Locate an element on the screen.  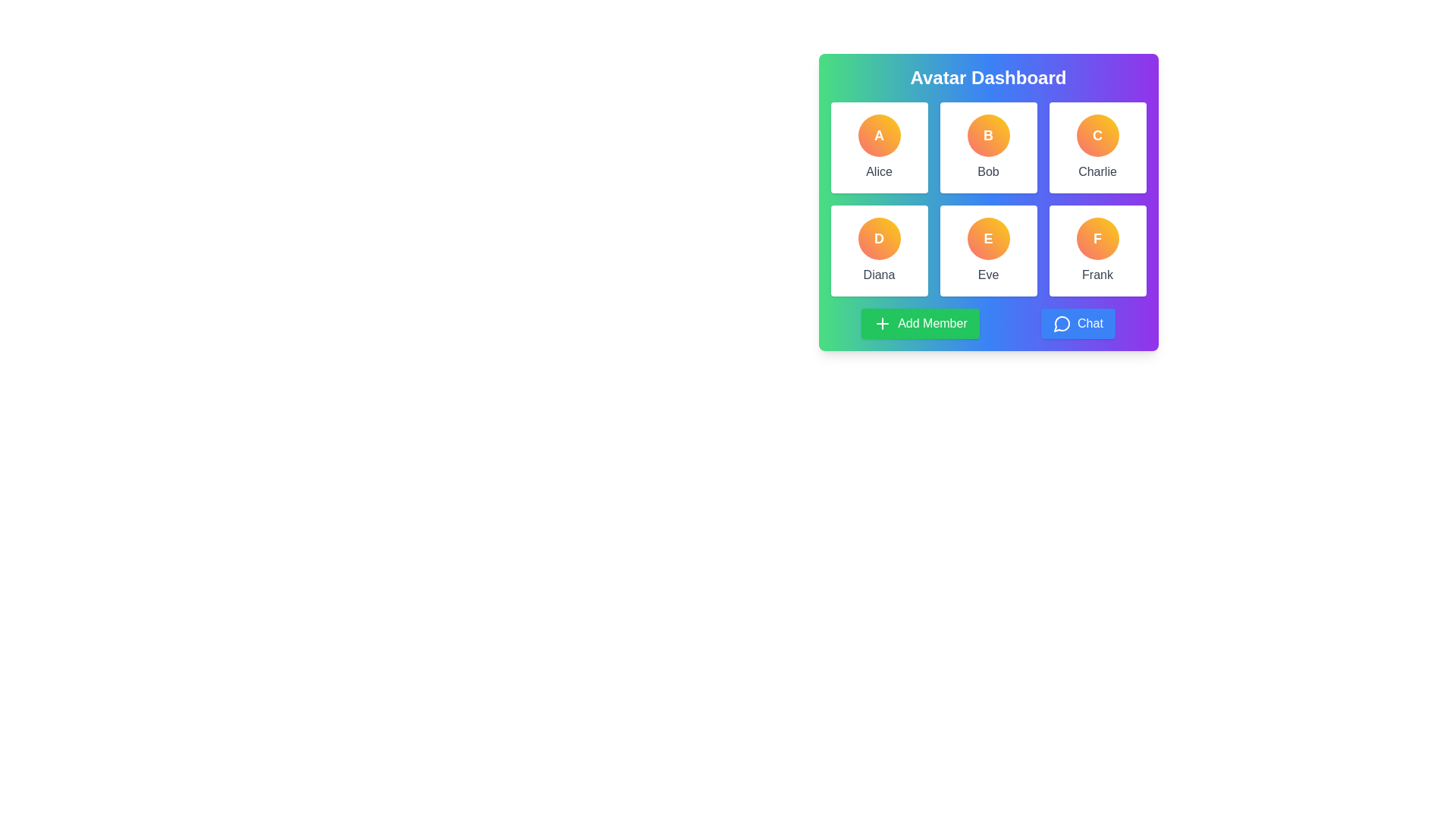
the Avatar Icon representing user 'Alice' located in the top-left corner of the grid of avatars is located at coordinates (879, 134).